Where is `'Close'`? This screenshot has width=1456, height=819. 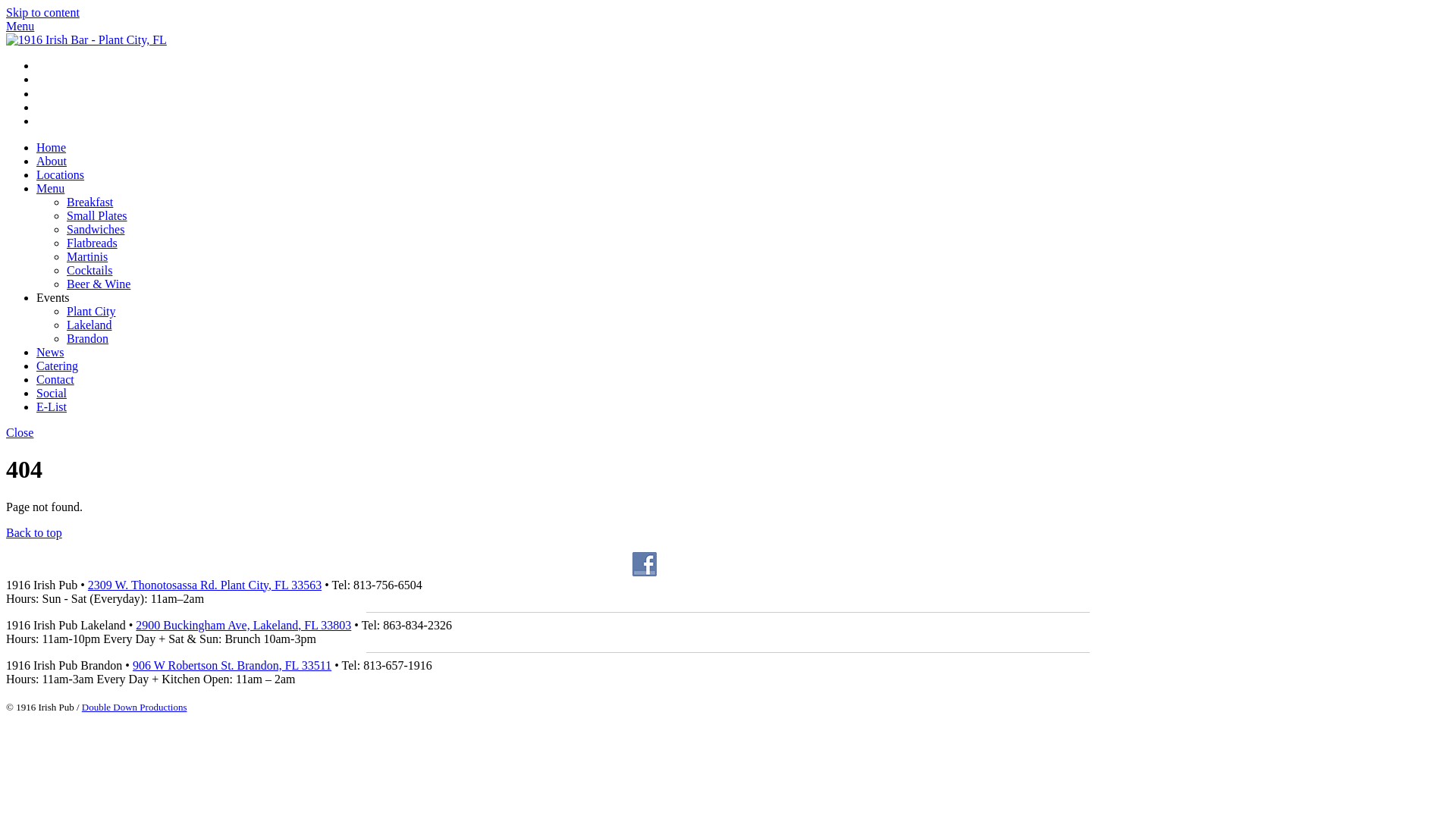
'Close' is located at coordinates (19, 432).